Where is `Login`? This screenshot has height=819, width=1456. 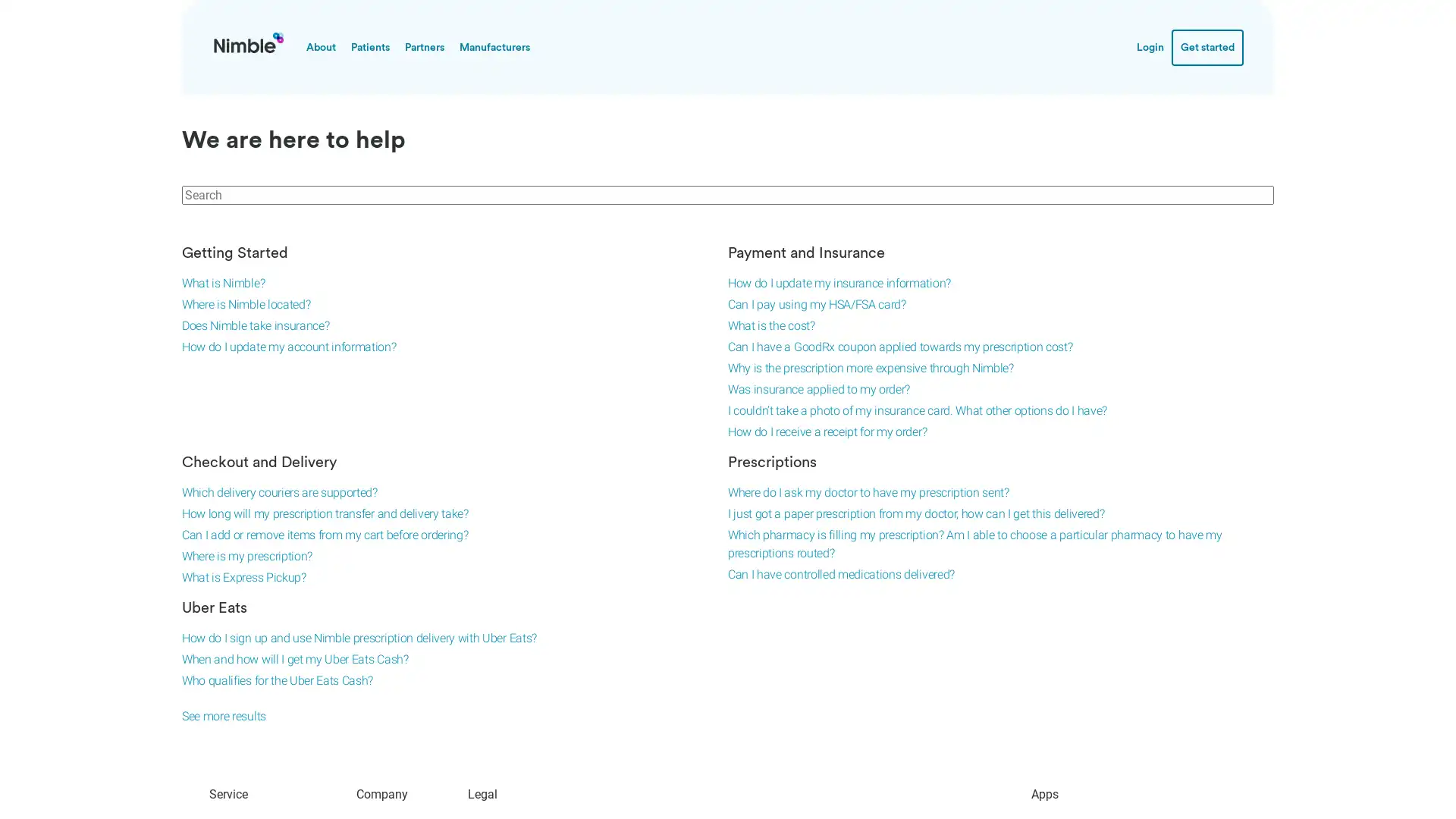 Login is located at coordinates (1150, 45).